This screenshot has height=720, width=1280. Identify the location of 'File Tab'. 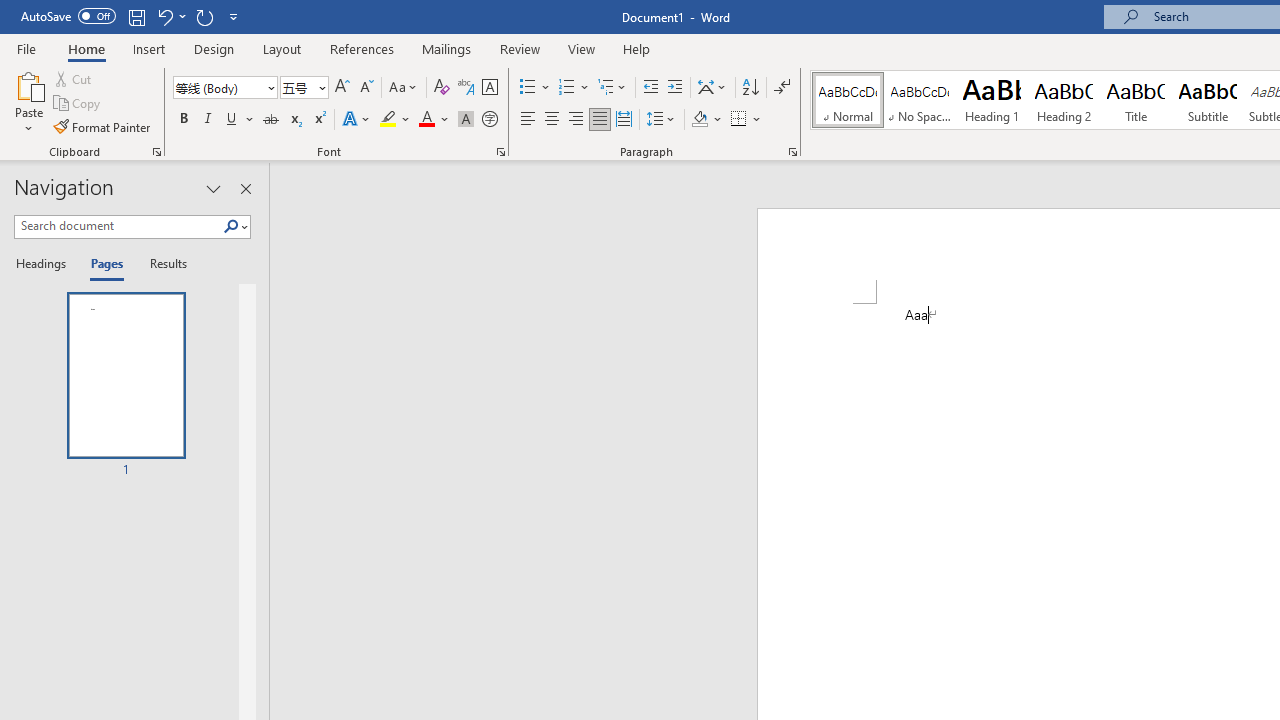
(26, 47).